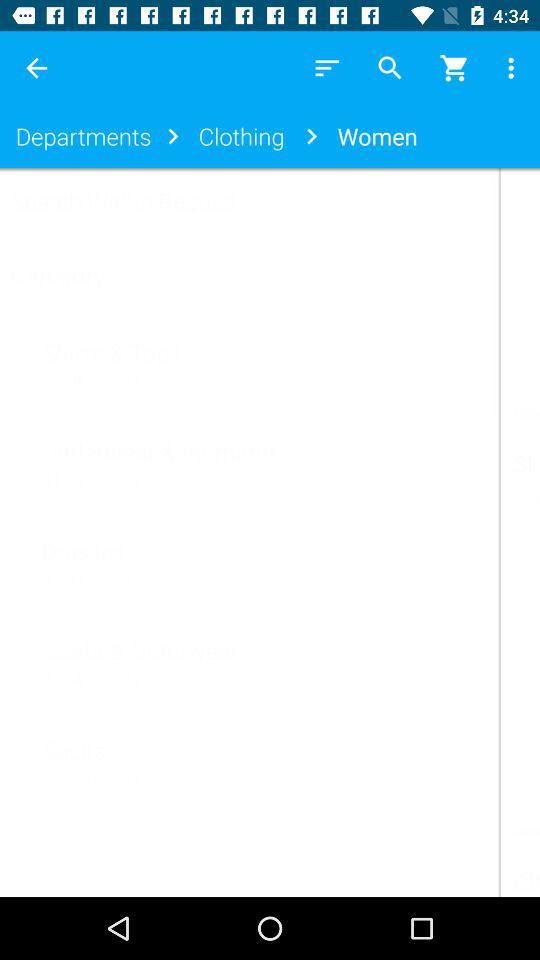 The width and height of the screenshot is (540, 960). I want to click on more options icon, so click(514, 68).